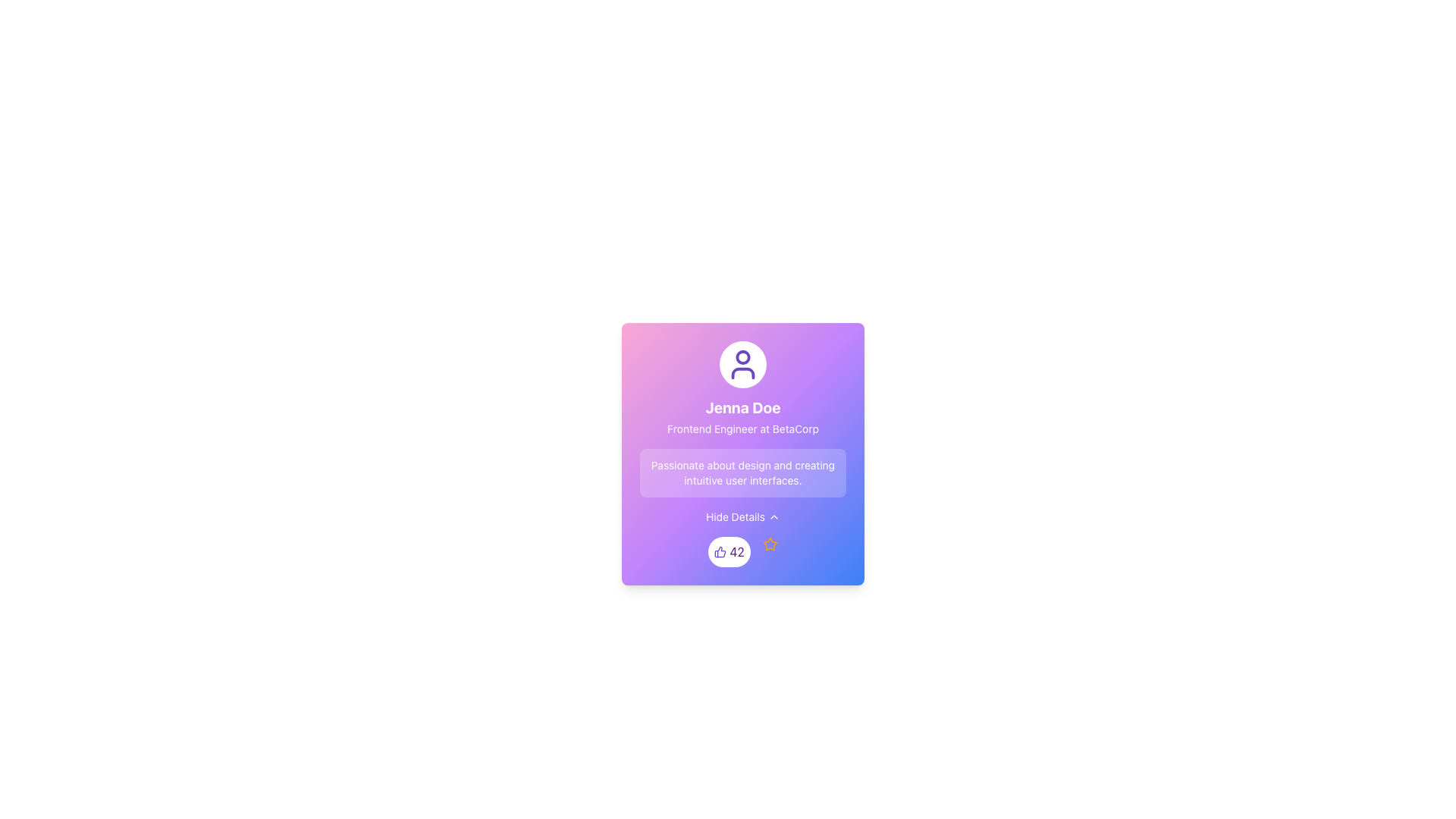 This screenshot has height=819, width=1456. What do you see at coordinates (770, 543) in the screenshot?
I see `the star-shaped icon with a golden-yellow outline located at the bottom center of the card layout, adjacent to the thumbs-up icon and aligned with the numeric text '42'` at bounding box center [770, 543].